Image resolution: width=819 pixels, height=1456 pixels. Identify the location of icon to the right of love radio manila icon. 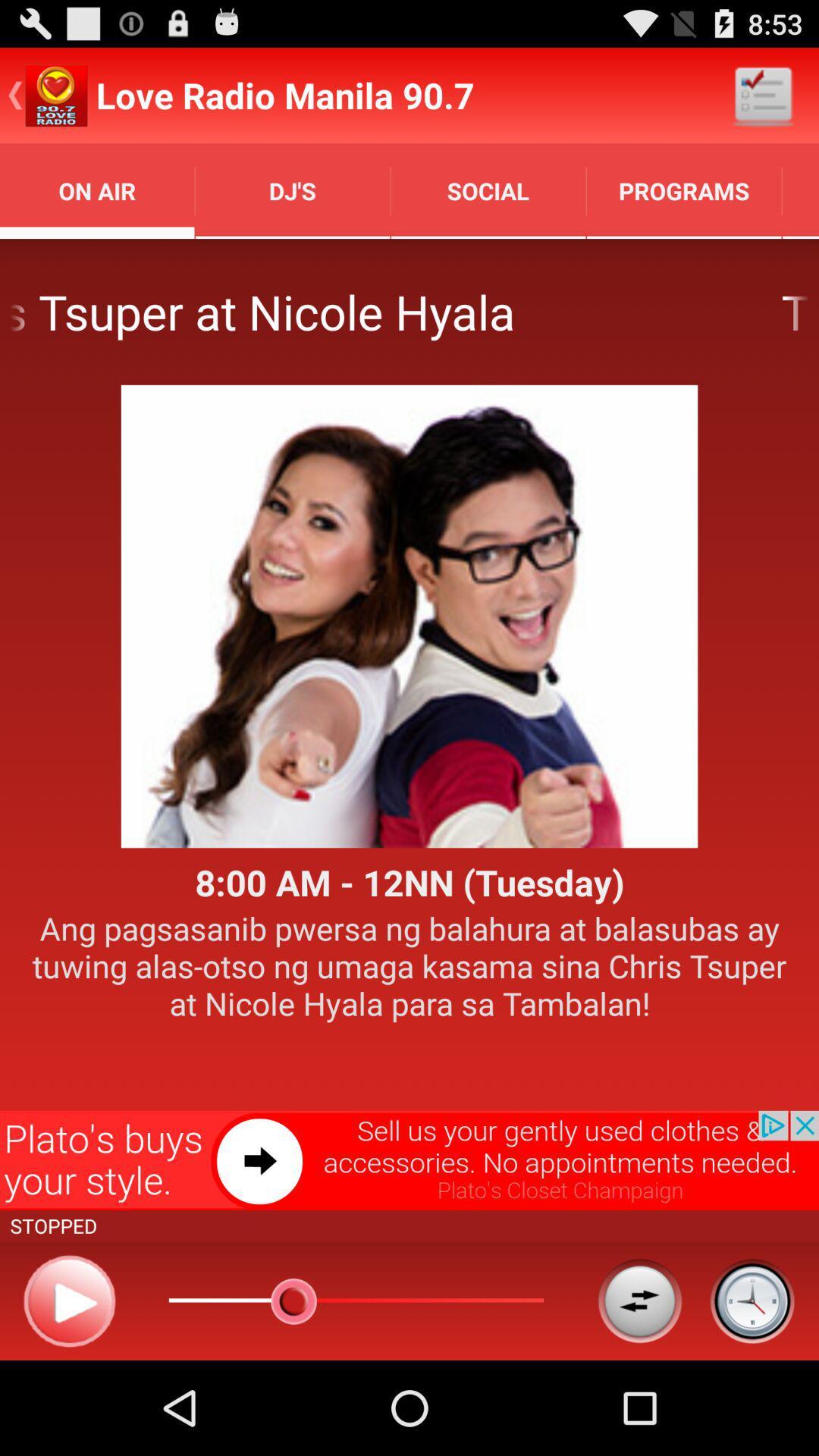
(763, 94).